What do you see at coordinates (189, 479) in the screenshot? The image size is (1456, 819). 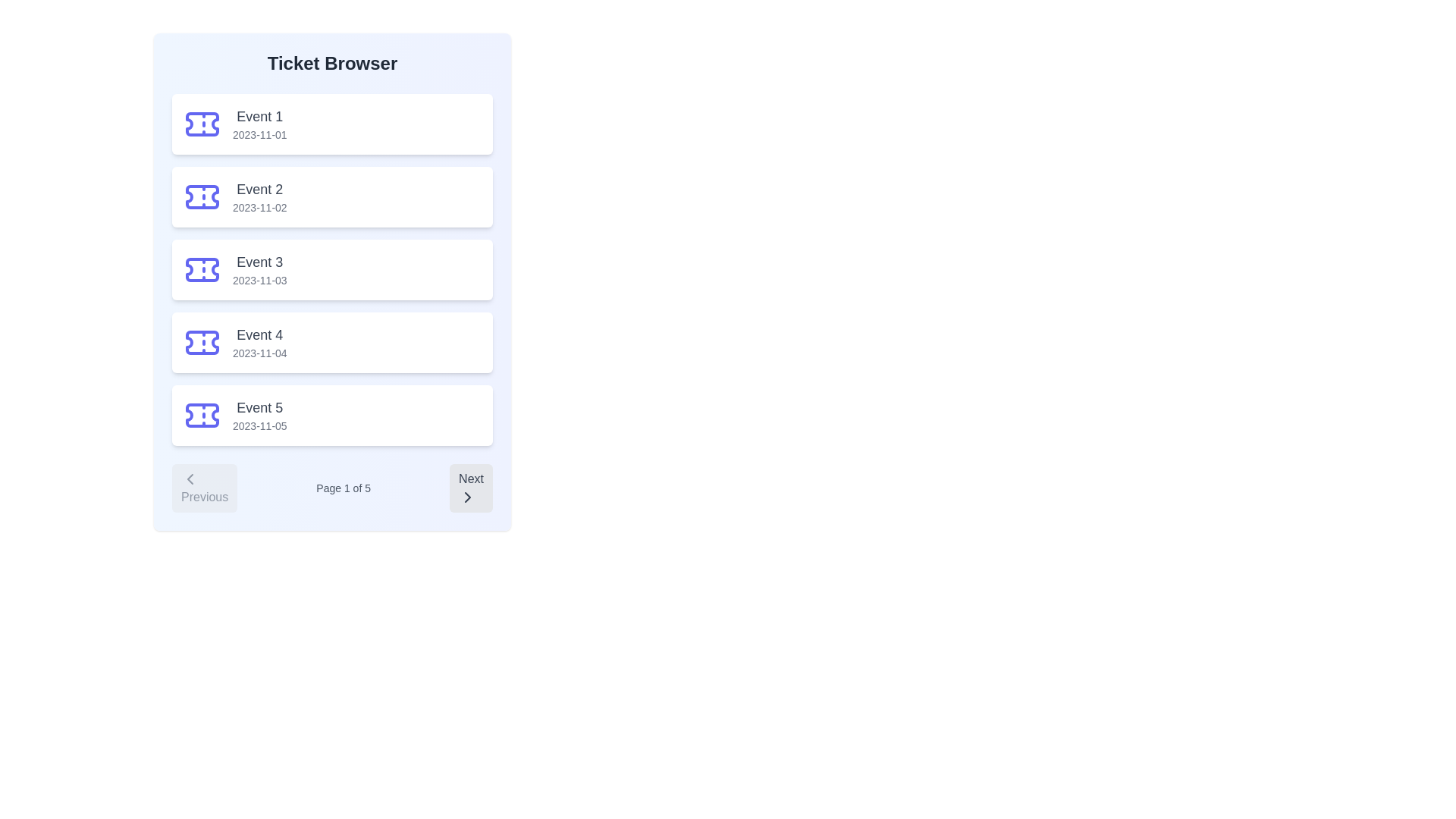 I see `the left-facing chevron icon located within the 'Previous' button in the pagination control section at the bottom of the pane that lists events` at bounding box center [189, 479].